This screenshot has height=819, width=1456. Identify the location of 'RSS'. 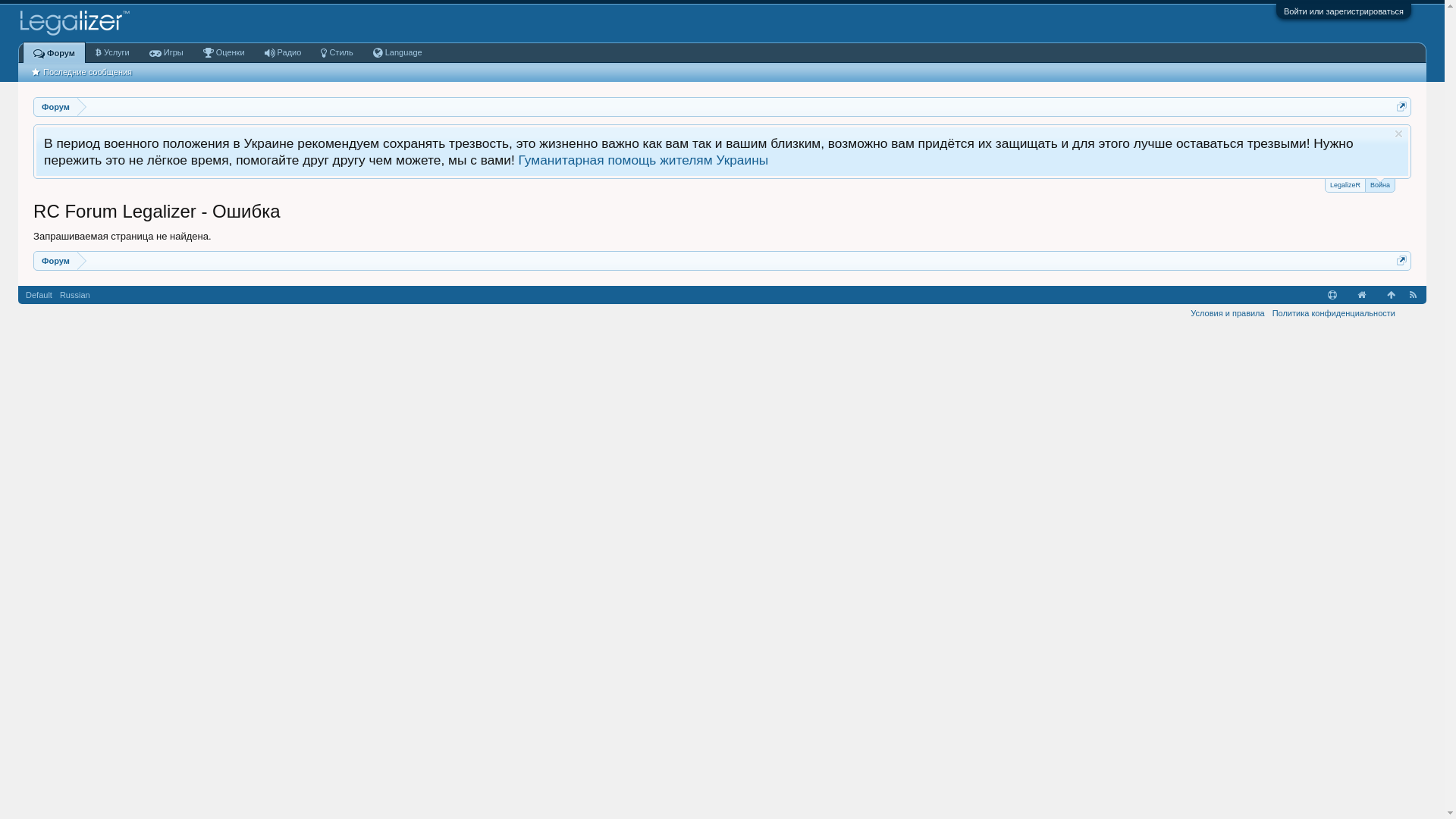
(1412, 295).